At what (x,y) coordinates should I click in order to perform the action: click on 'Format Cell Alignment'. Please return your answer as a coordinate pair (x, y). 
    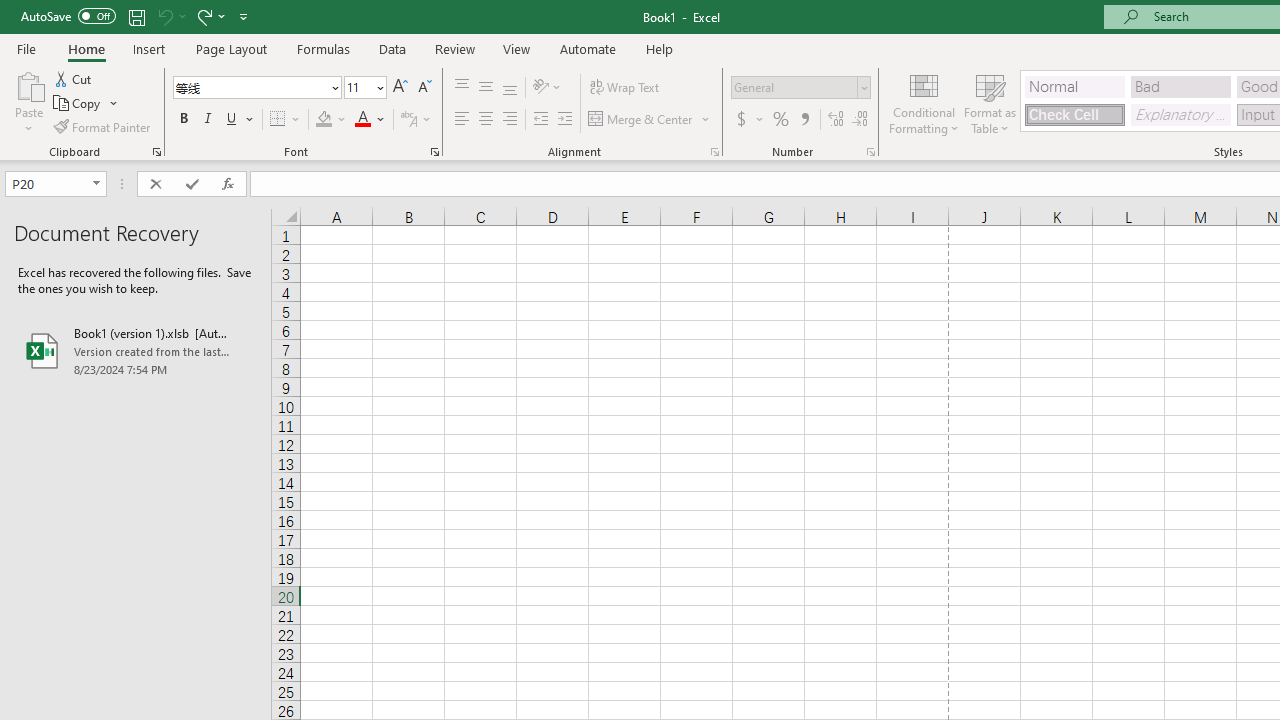
    Looking at the image, I should click on (714, 150).